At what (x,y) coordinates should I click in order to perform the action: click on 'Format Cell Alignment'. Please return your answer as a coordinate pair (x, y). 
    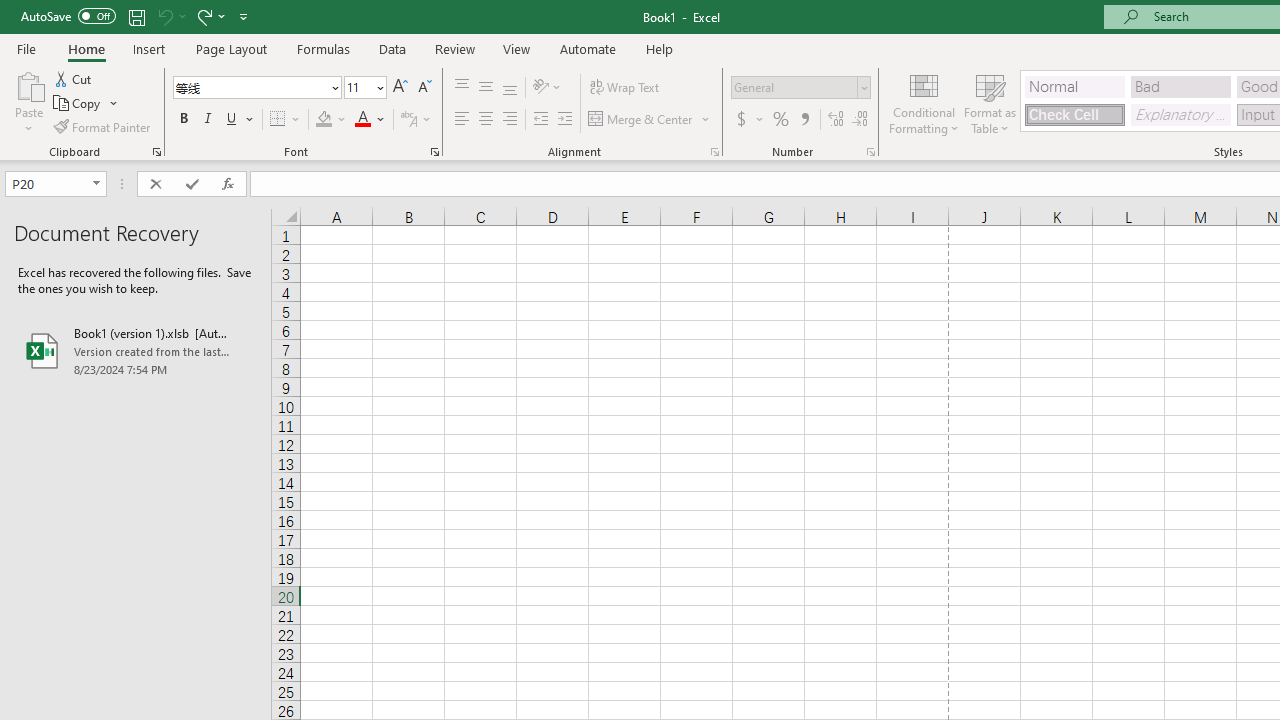
    Looking at the image, I should click on (714, 150).